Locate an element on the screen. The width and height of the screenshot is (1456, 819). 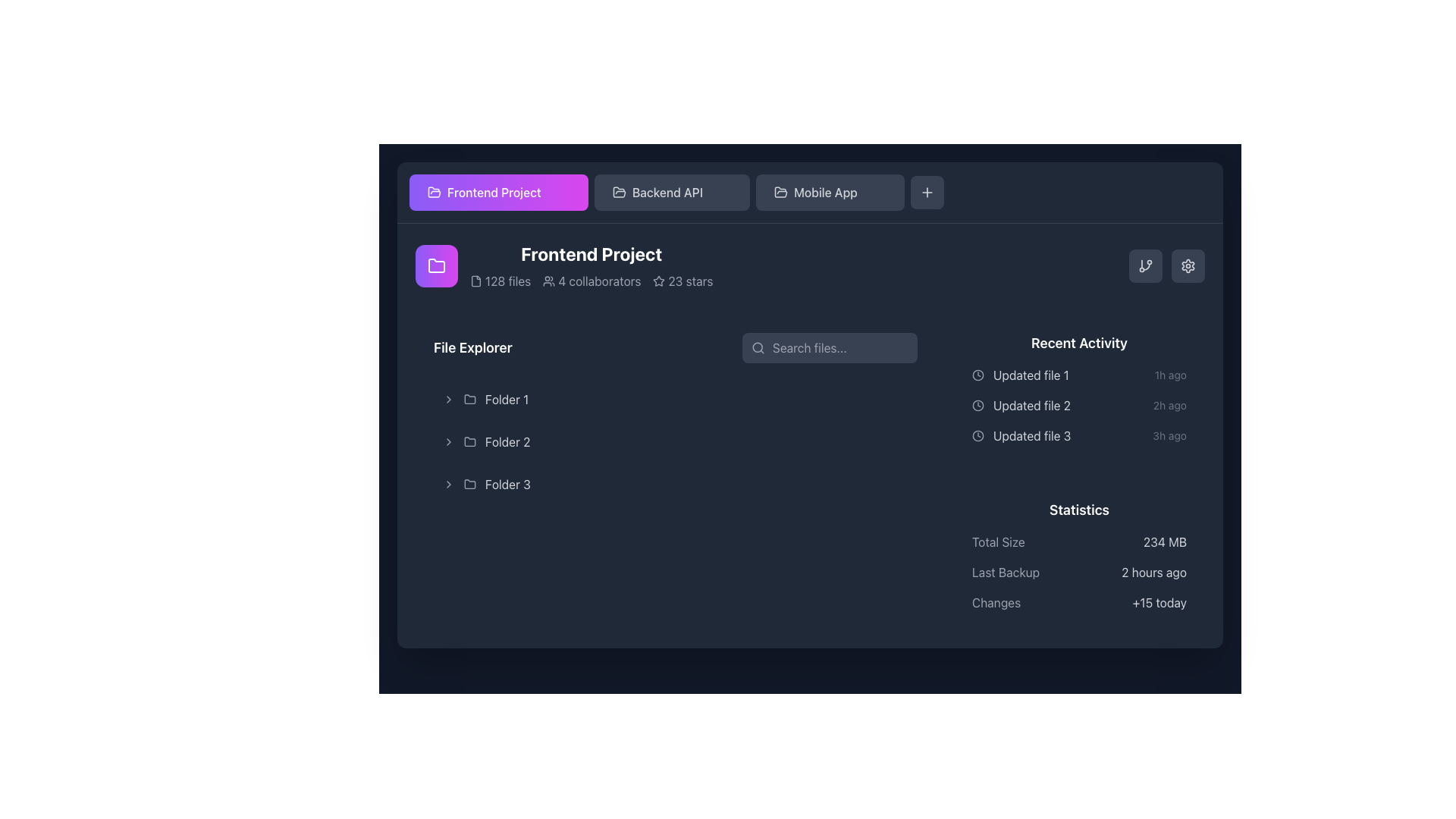
the text input field styled with a rounded rectangle containing a magnifying glass icon and placeholder text 'Search files...' to focus on it is located at coordinates (829, 348).